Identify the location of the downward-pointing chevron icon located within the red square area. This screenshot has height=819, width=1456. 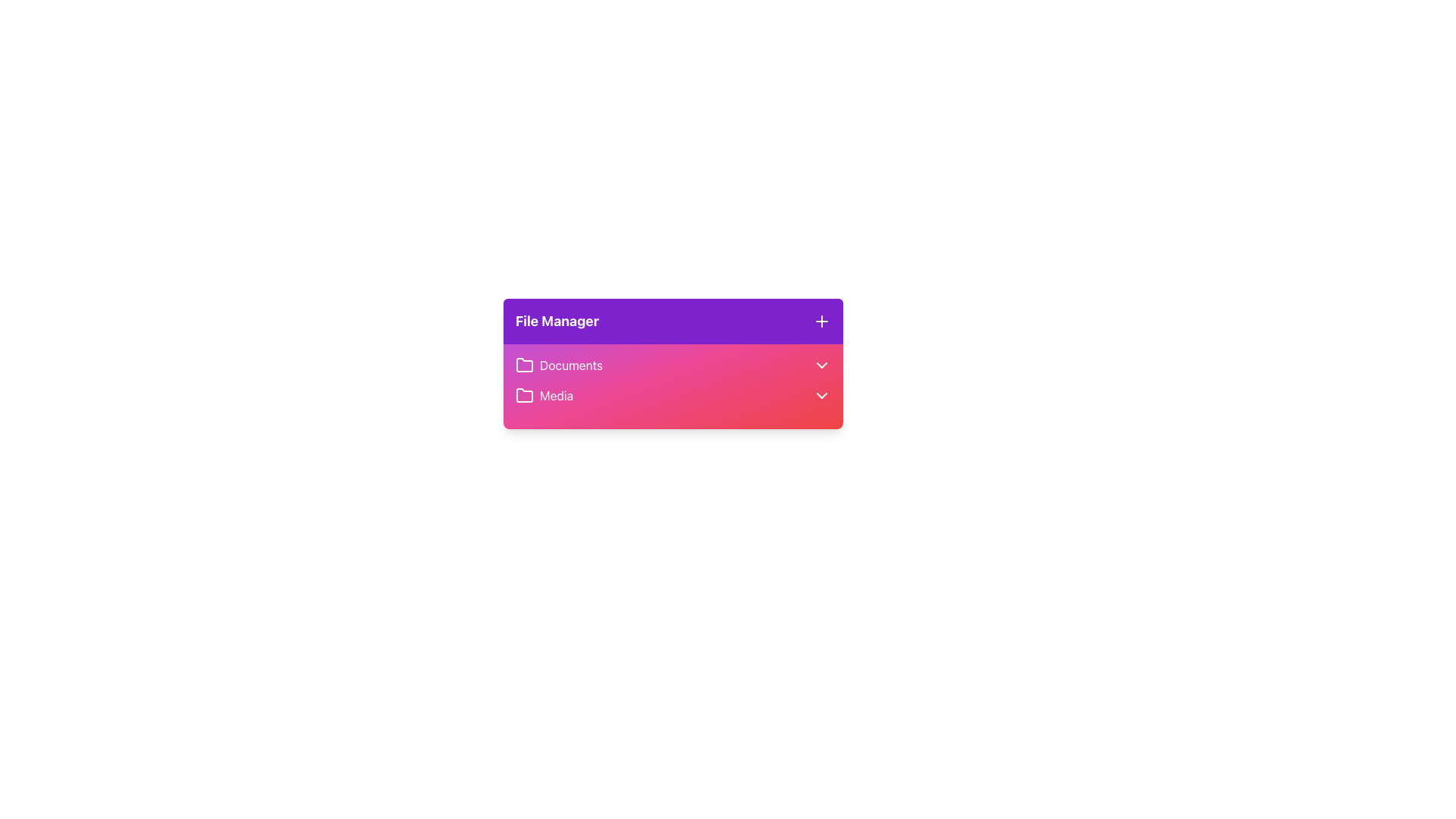
(821, 394).